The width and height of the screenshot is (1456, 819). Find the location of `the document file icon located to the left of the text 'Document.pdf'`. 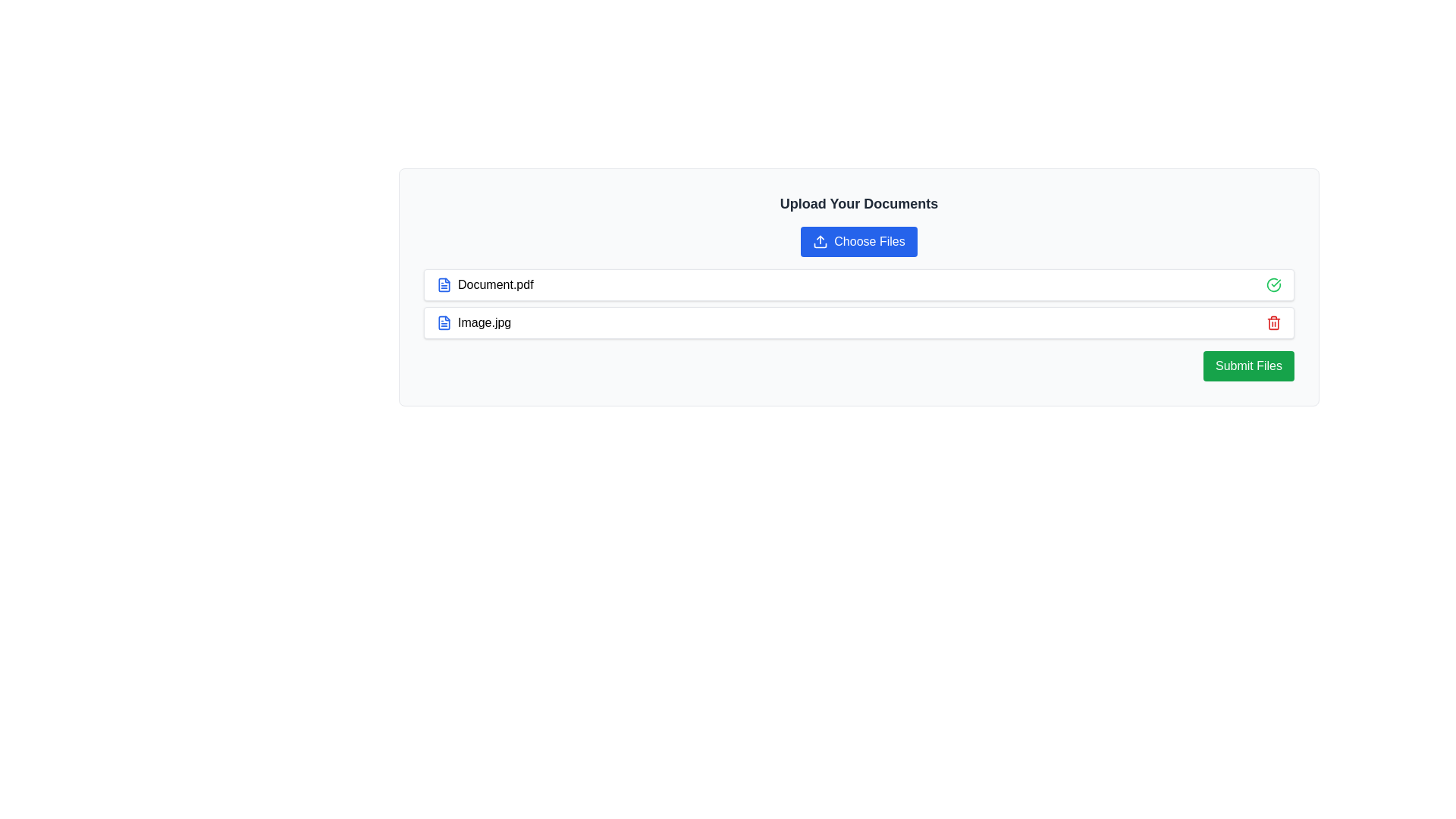

the document file icon located to the left of the text 'Document.pdf' is located at coordinates (443, 284).